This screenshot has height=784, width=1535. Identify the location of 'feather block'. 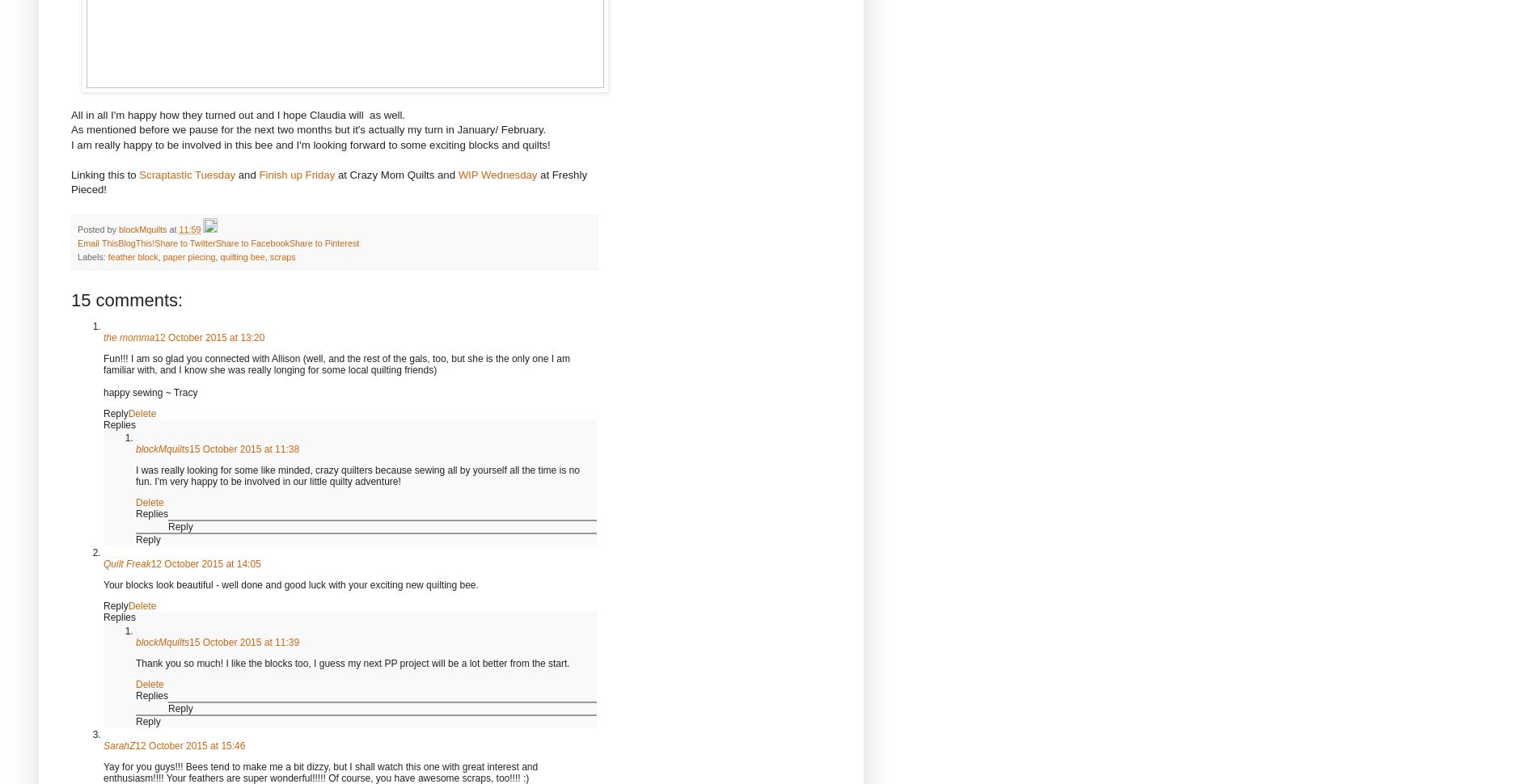
(131, 256).